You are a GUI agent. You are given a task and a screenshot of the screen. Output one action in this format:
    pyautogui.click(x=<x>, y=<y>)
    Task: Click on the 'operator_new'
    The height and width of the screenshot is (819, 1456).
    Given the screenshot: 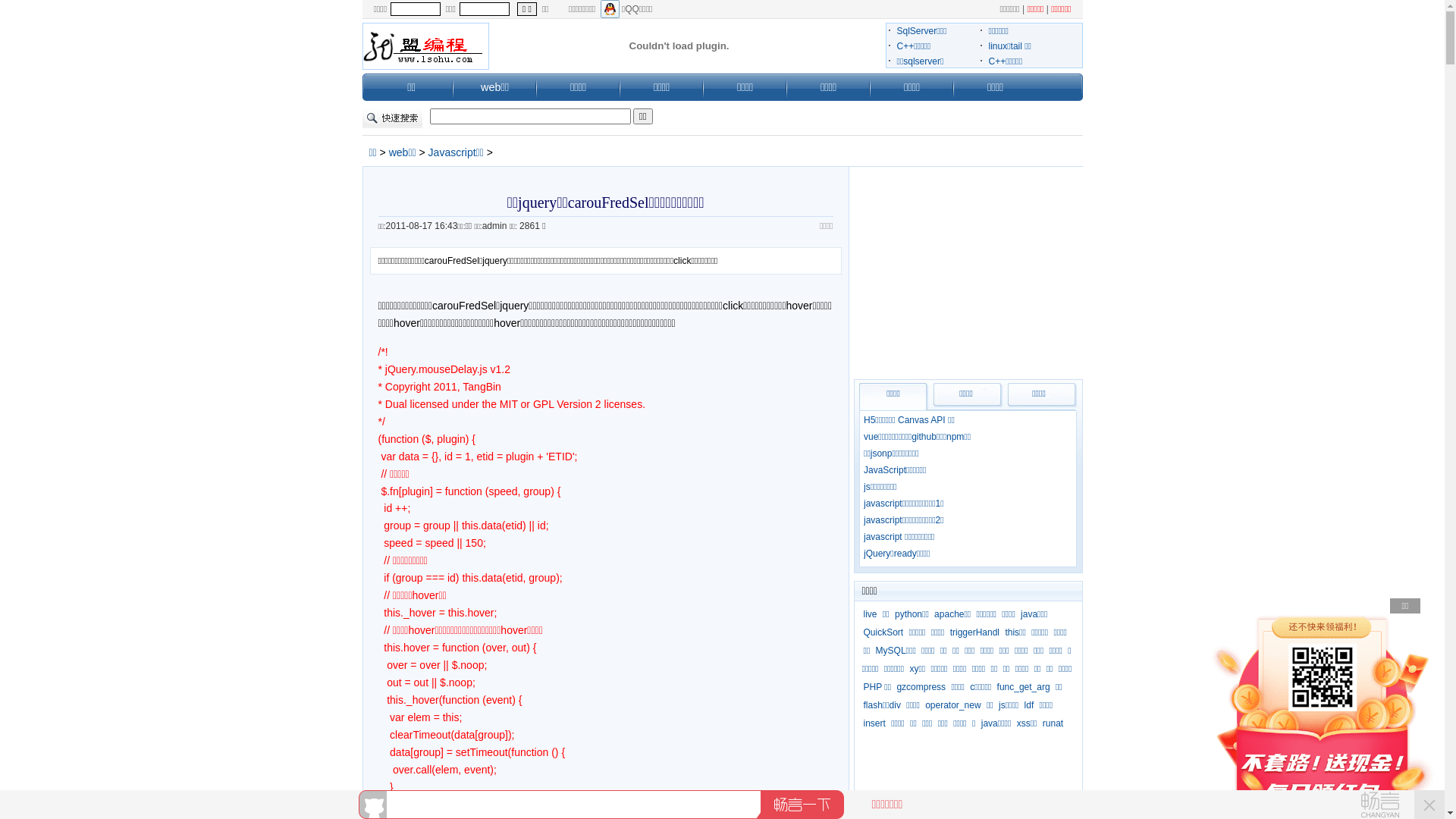 What is the action you would take?
    pyautogui.click(x=952, y=704)
    